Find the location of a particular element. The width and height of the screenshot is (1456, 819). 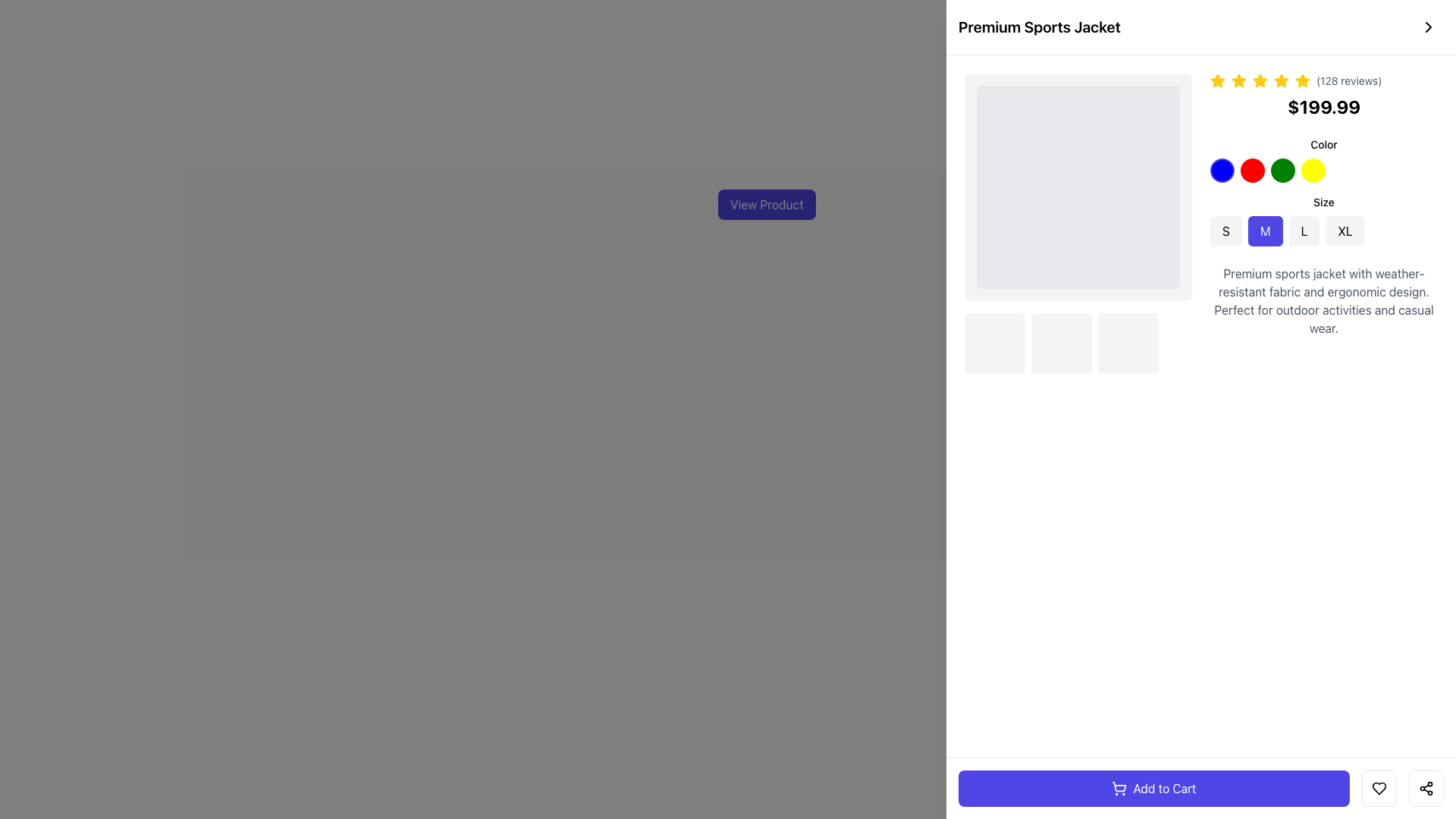

the yellow circular button, which is the fourth in a horizontal group of color option buttons, to possibly reveal a context menu is located at coordinates (1313, 170).